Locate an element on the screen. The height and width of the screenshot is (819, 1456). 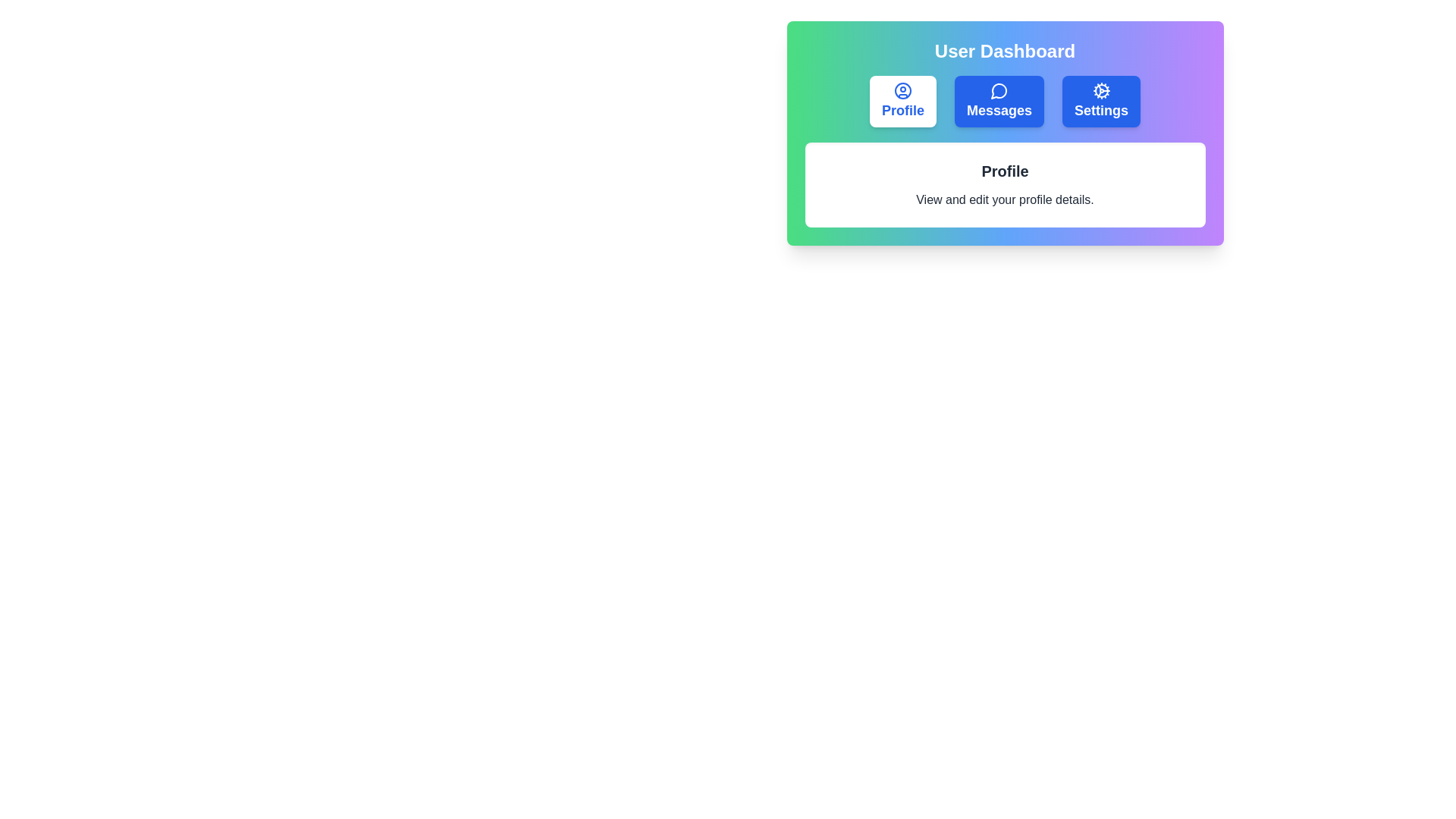
the 'Profile' label, which is styled in bold blue text on a white background, located below the user profile icon in the top-left corner of the dashboard card is located at coordinates (902, 110).